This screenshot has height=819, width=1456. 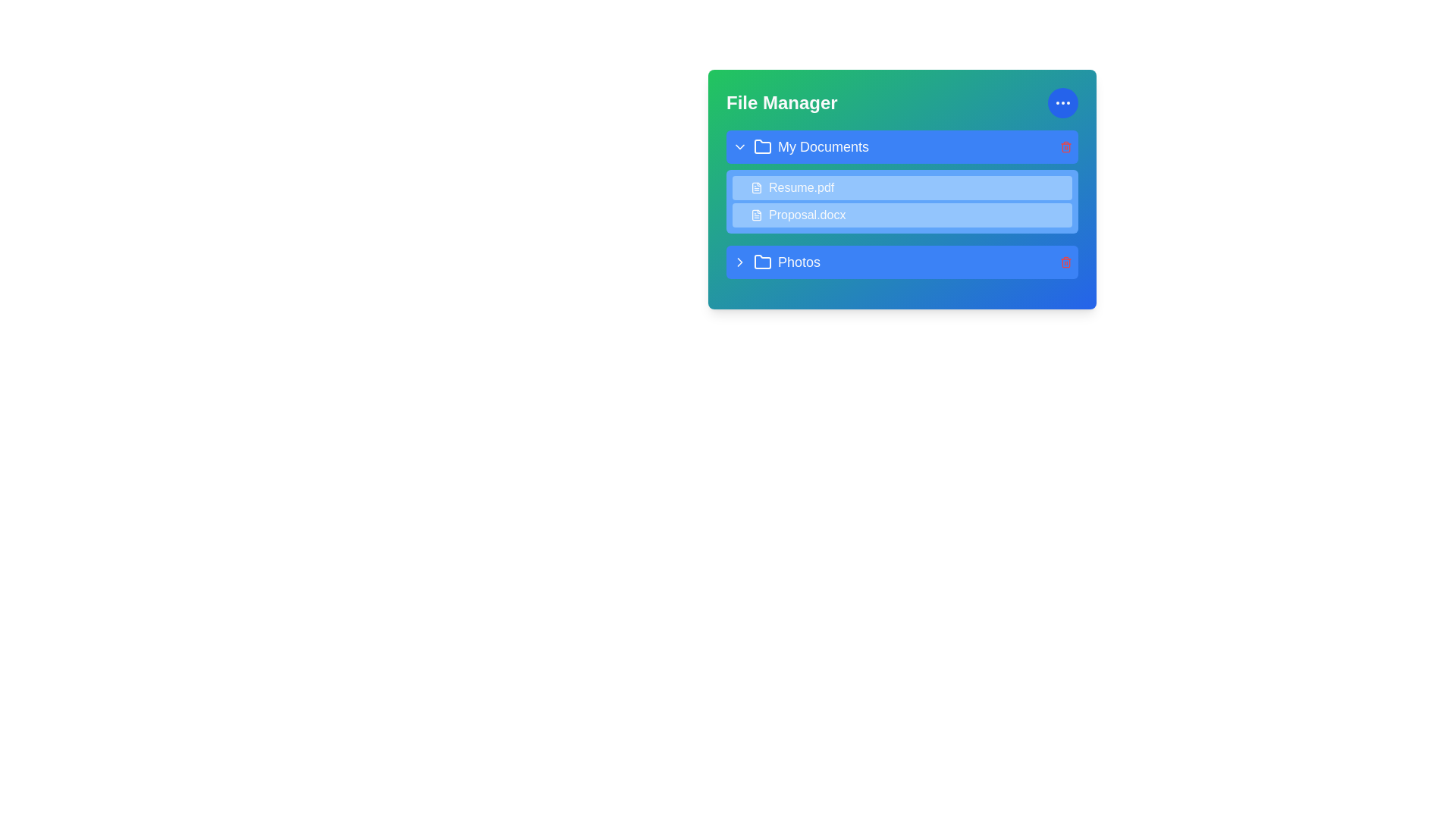 What do you see at coordinates (763, 261) in the screenshot?
I see `the folder icon, which is a blue rectangular shape with a folded edge, located to the left of the 'Photos' label in the file manager interface` at bounding box center [763, 261].